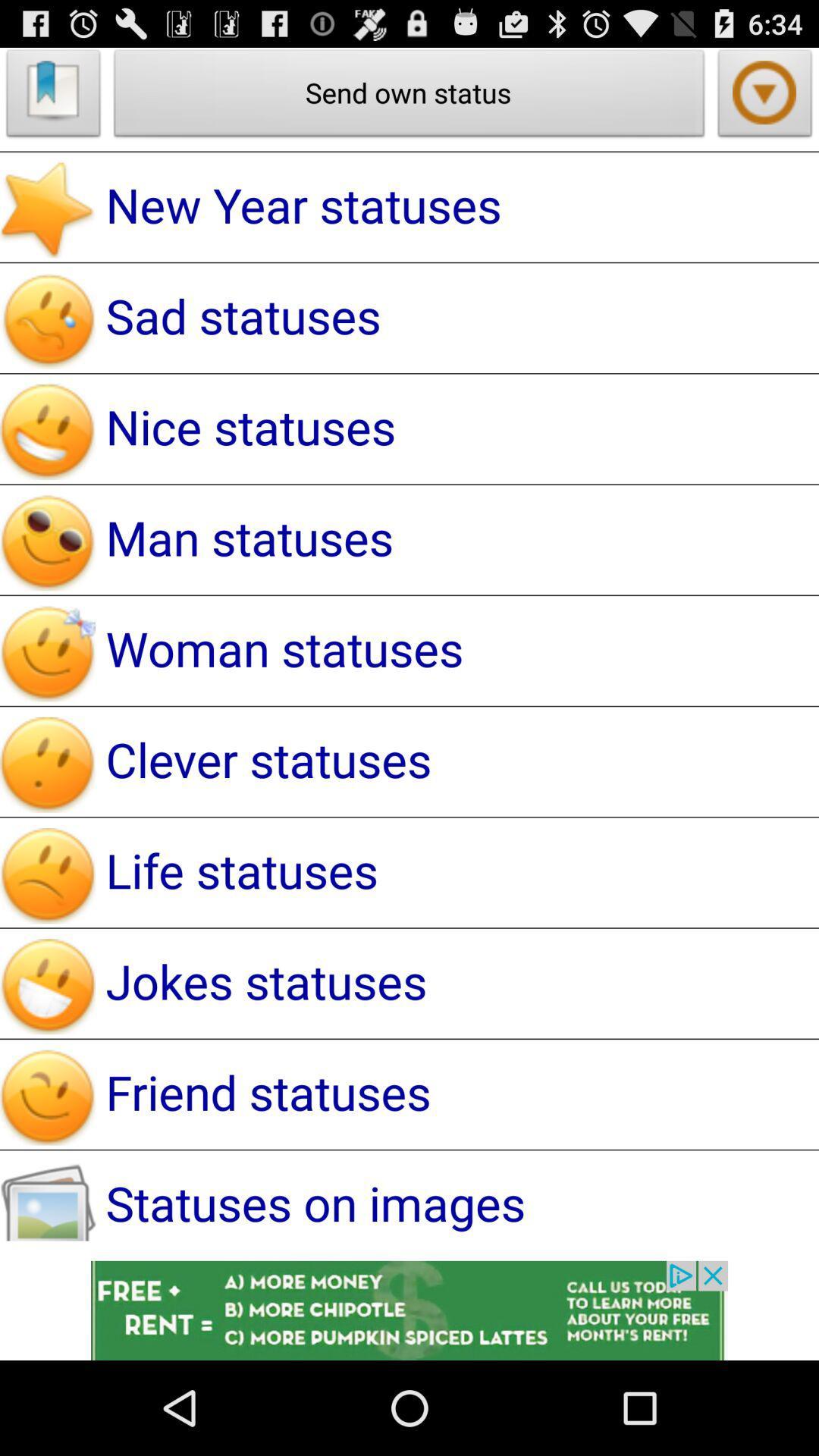 This screenshot has height=1456, width=819. Describe the element at coordinates (765, 96) in the screenshot. I see `play symbol which is below 634` at that location.